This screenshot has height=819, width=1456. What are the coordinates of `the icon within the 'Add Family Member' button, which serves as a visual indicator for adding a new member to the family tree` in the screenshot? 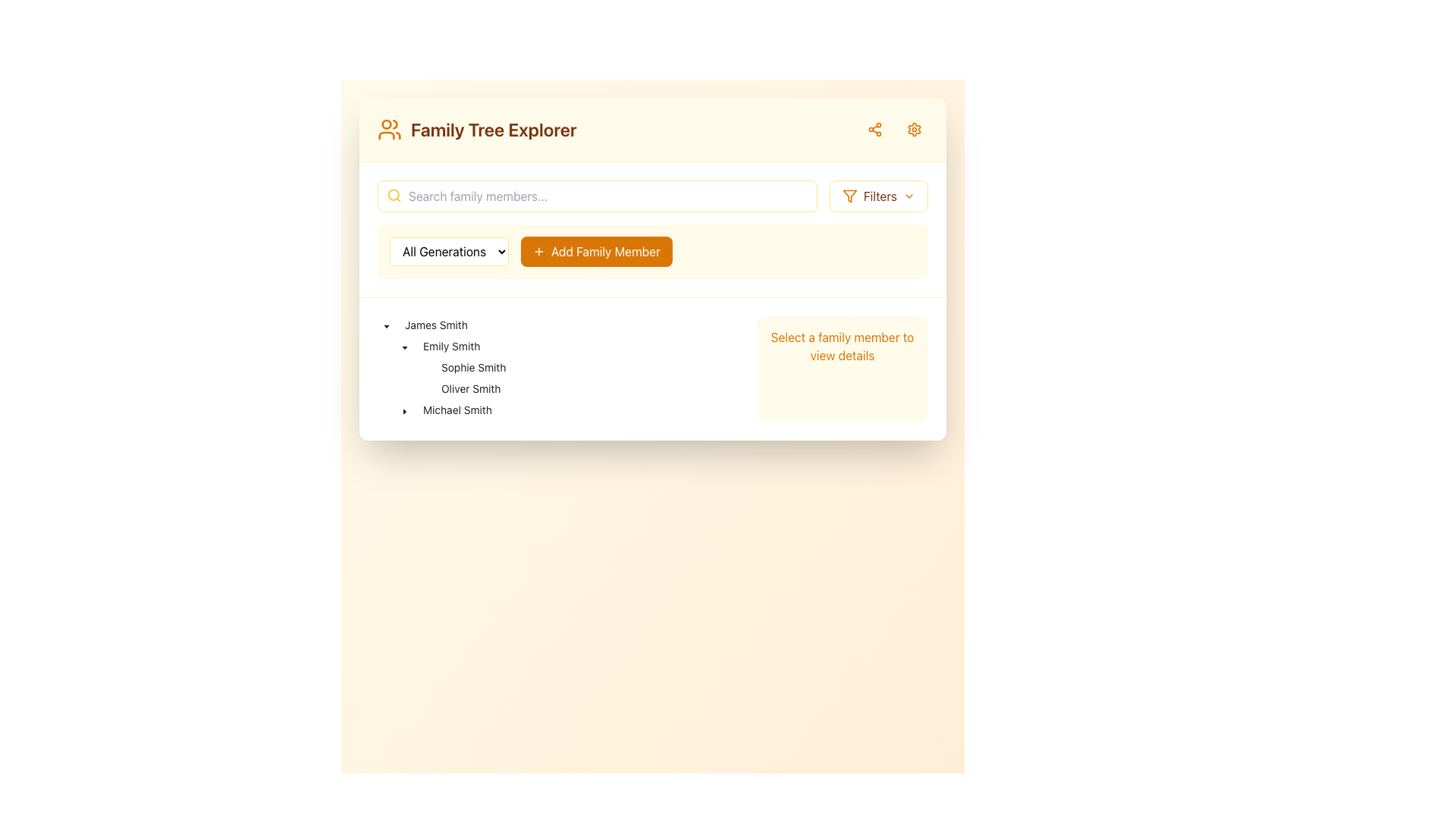 It's located at (538, 250).